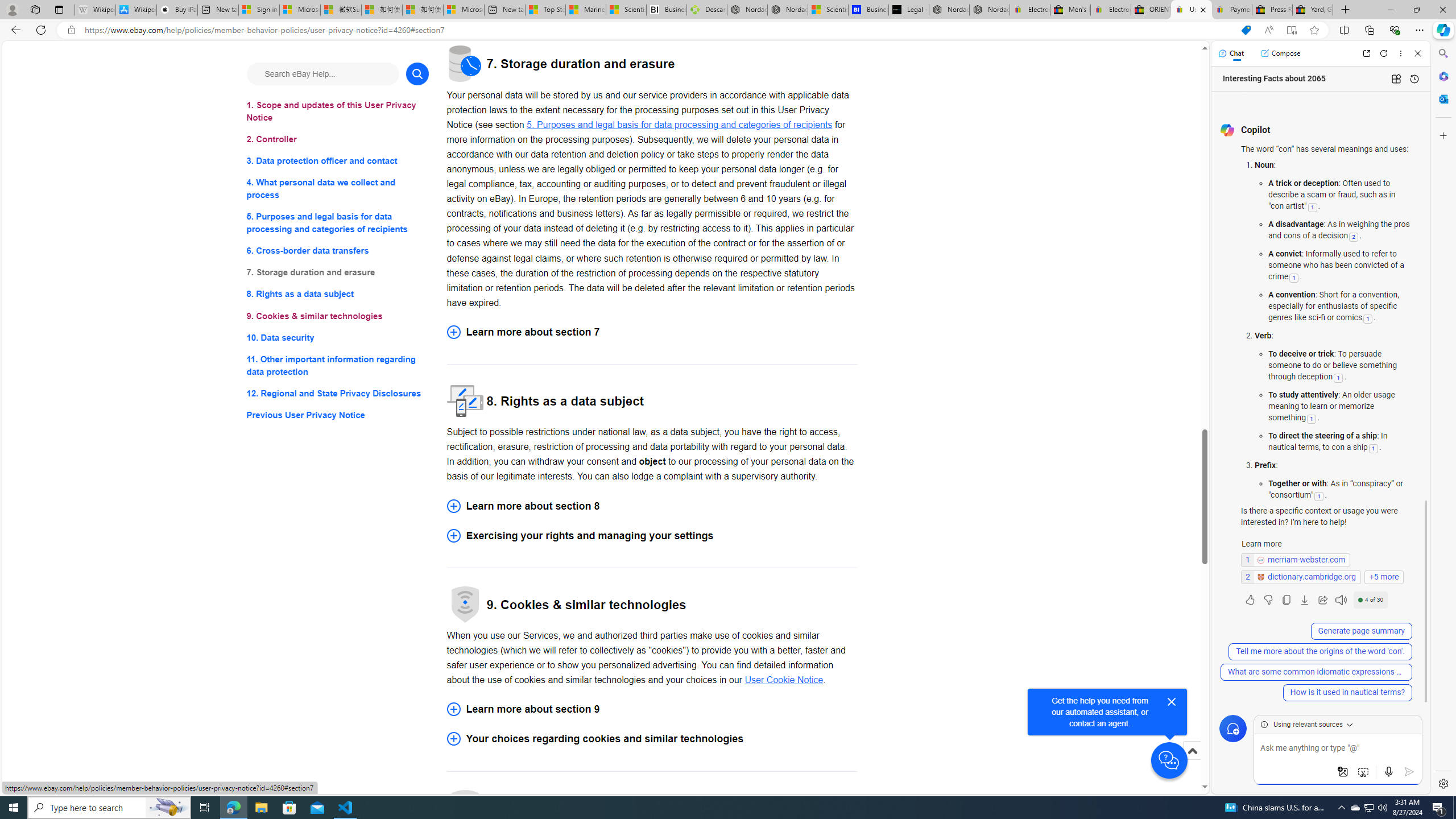 The image size is (1456, 819). Describe the element at coordinates (783, 679) in the screenshot. I see `'User Cookie Notice'` at that location.